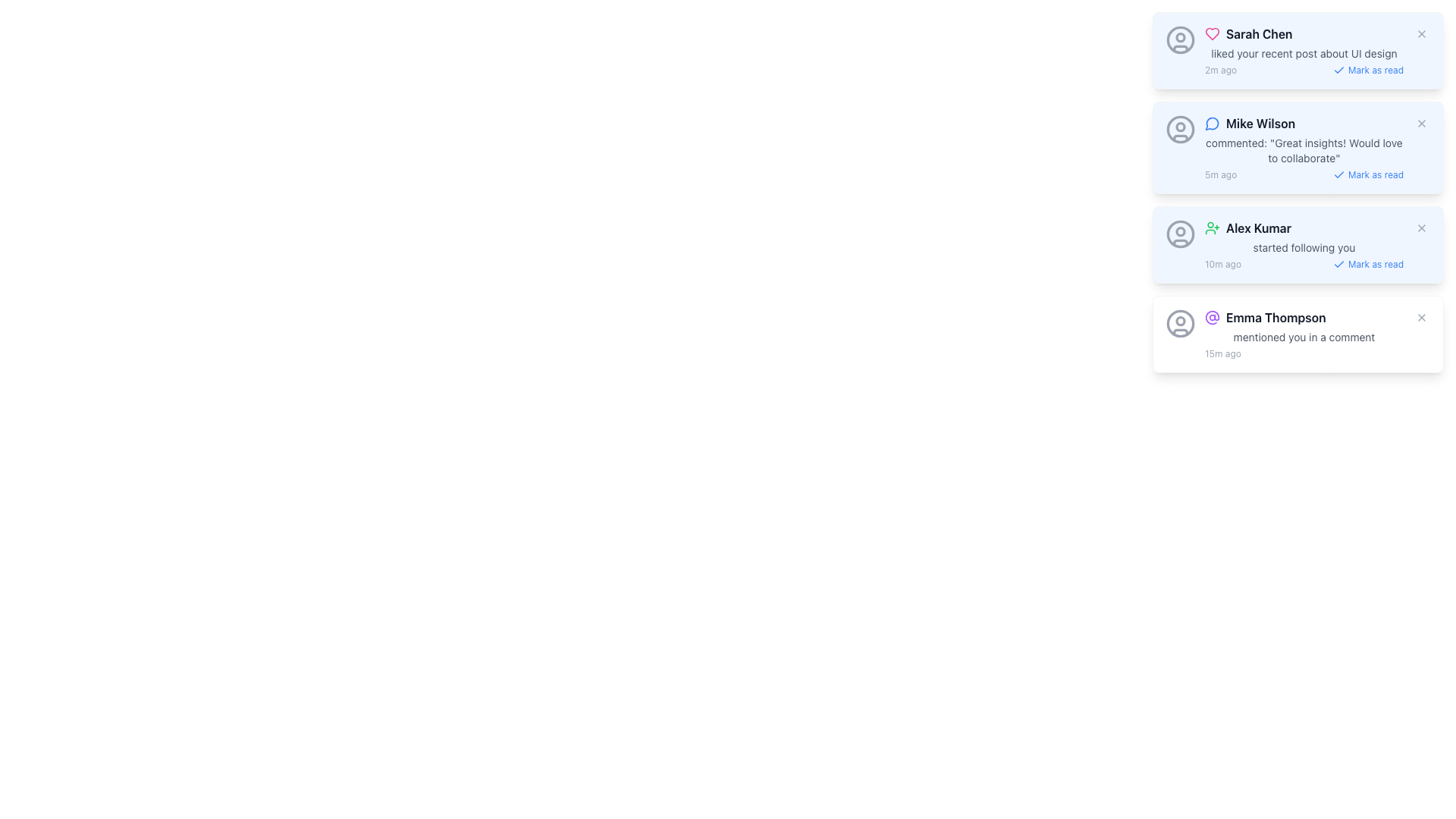  I want to click on the Close button located in the top-right corner of the notification card for 'Alex Kumar', which is above the text 'started following you', so click(1421, 227).